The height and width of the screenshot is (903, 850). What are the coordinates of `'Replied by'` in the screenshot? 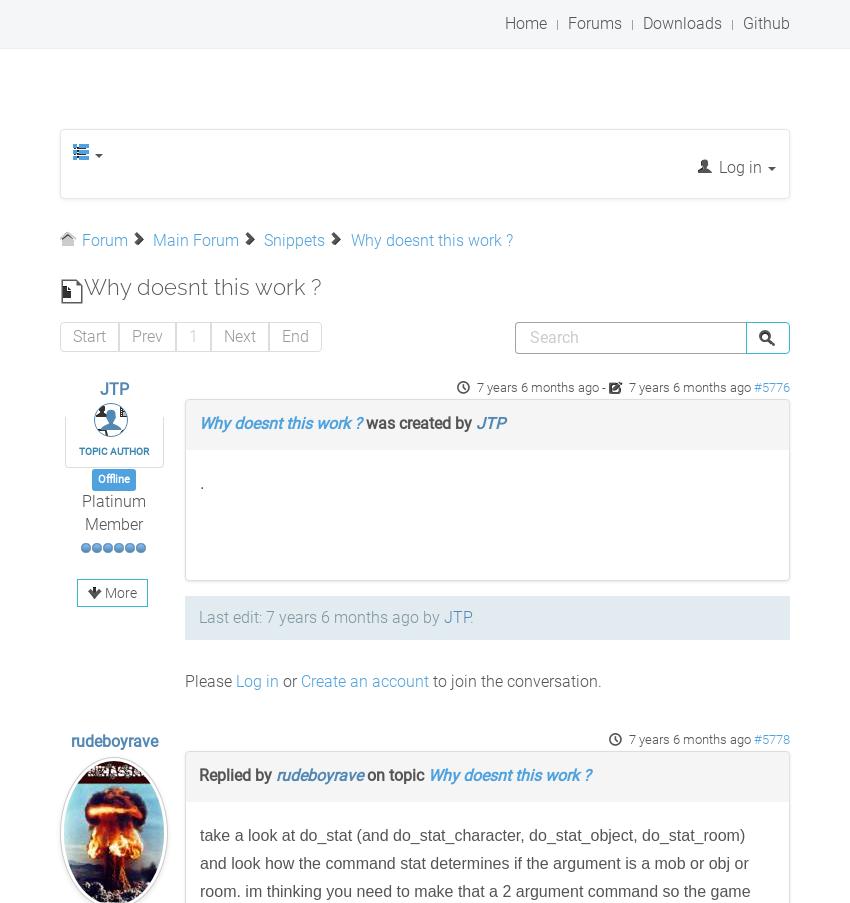 It's located at (237, 774).